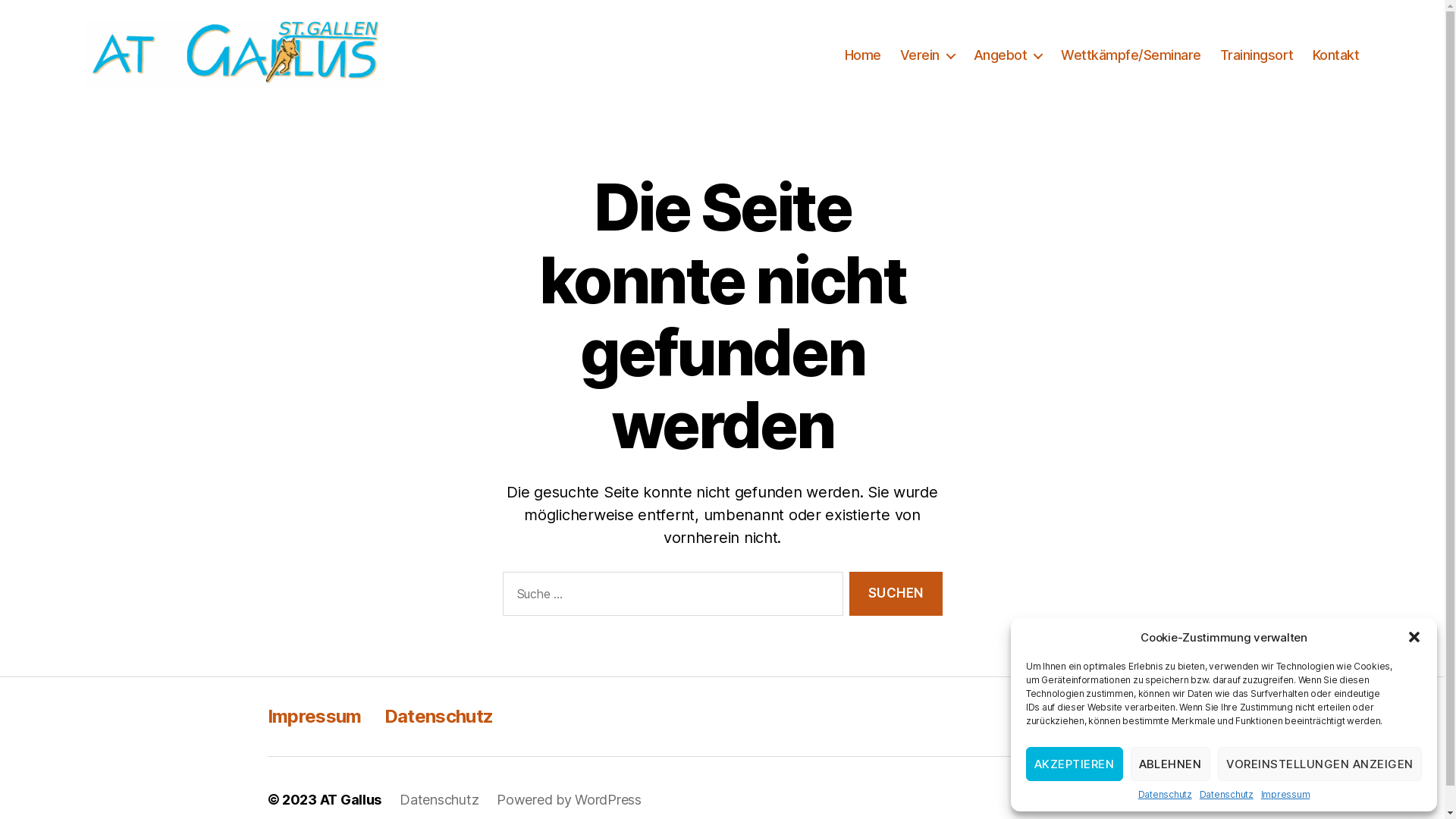  Describe the element at coordinates (1257, 55) in the screenshot. I see `'Trainingsort'` at that location.